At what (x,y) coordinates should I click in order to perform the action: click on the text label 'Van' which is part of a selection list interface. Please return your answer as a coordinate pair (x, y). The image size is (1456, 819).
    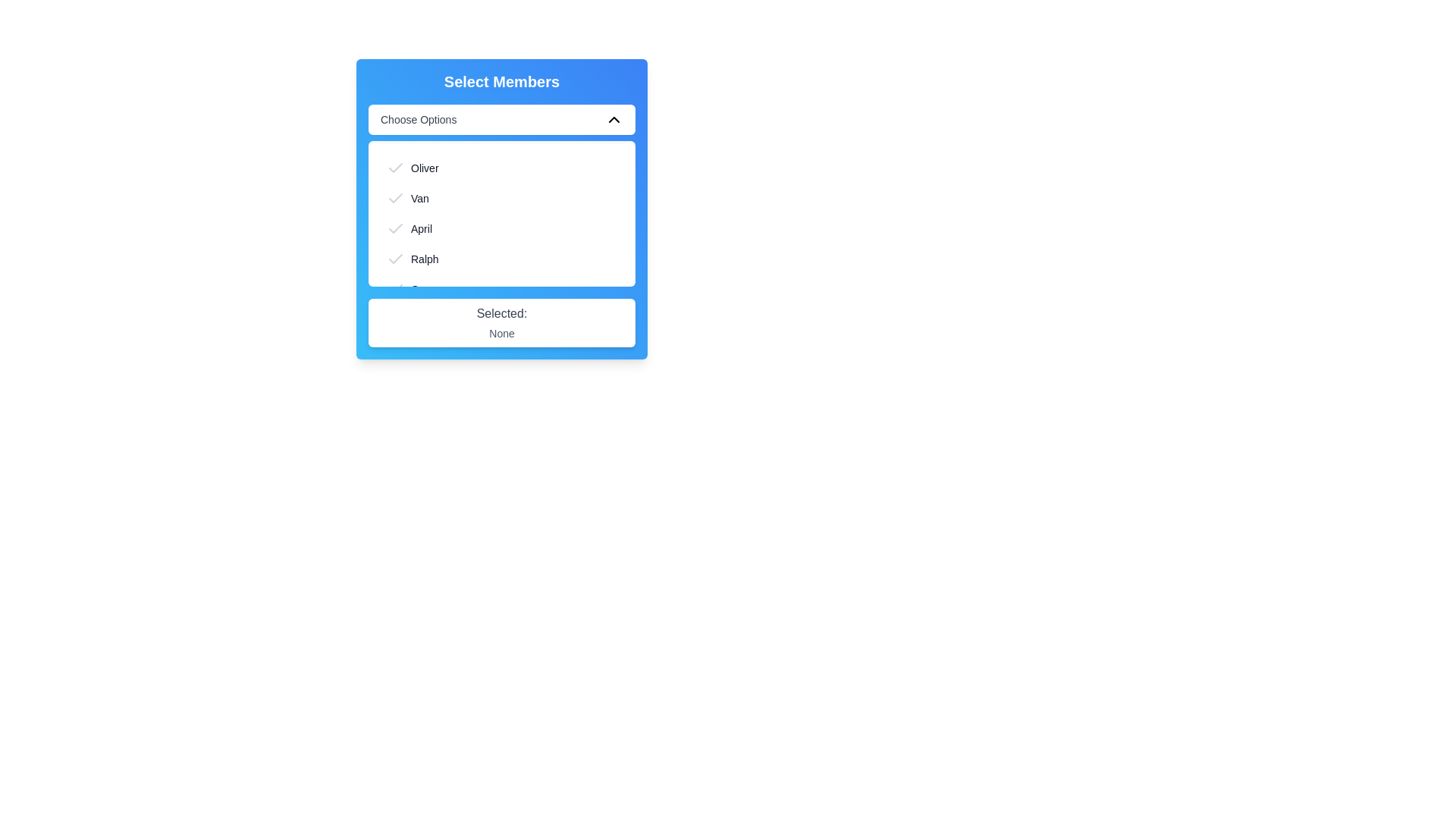
    Looking at the image, I should click on (419, 198).